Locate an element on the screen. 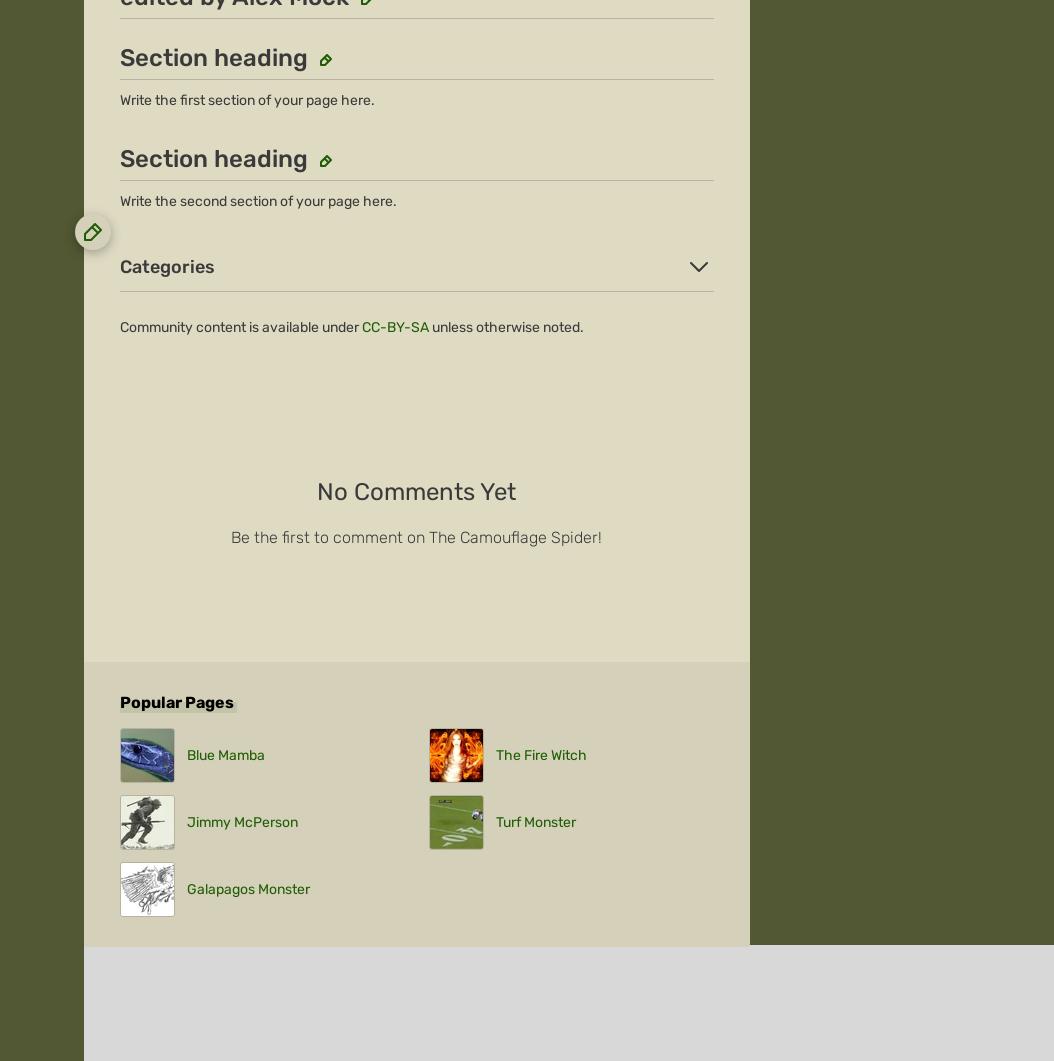 The width and height of the screenshot is (1054, 1061). 'Fictspedia Wiki is a FANDOM Lifestyle Community.' is located at coordinates (415, 892).